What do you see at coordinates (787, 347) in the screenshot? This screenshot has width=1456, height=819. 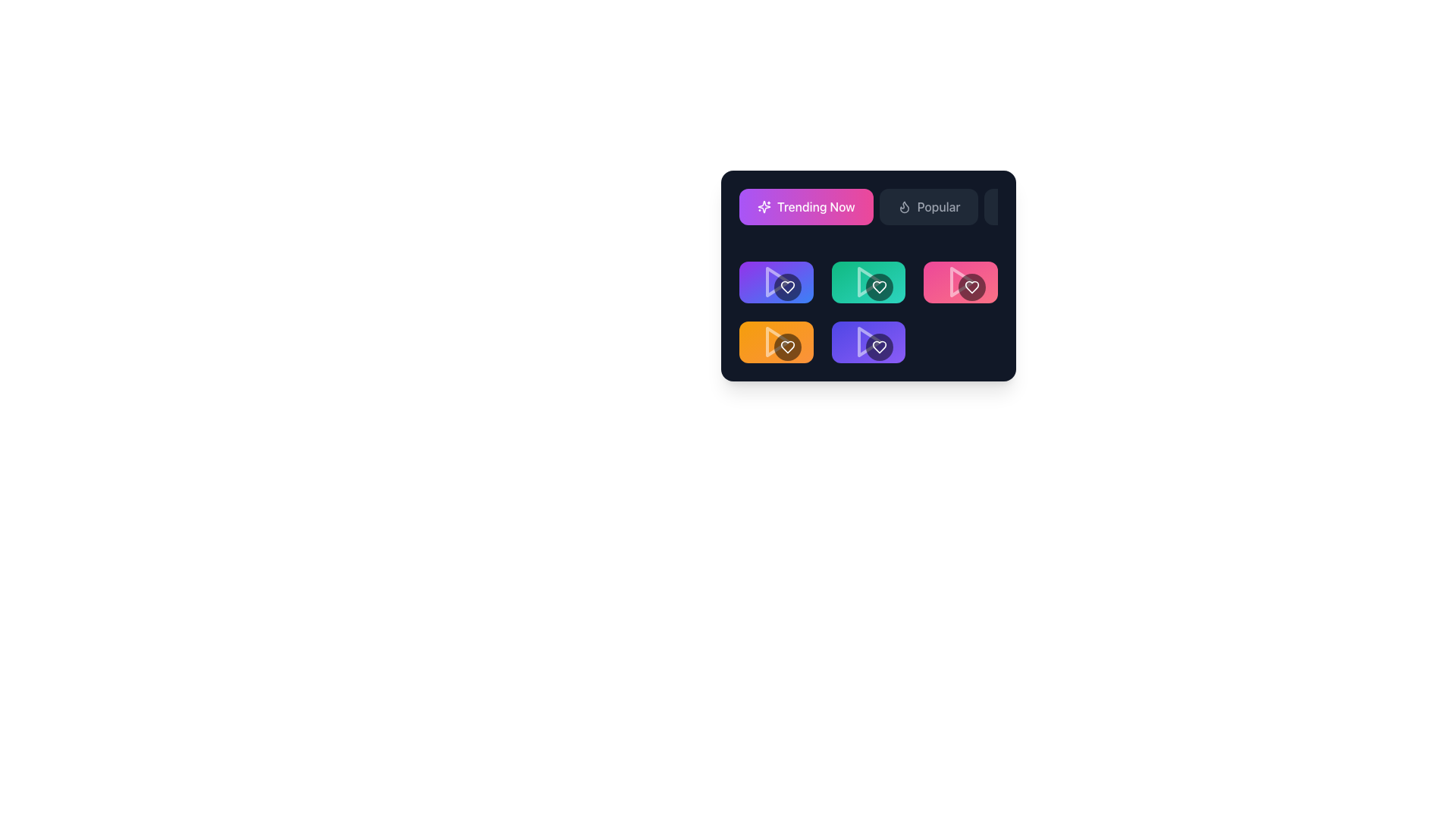 I see `the favorite icon located at the bottom-left of the orange rectangle card` at bounding box center [787, 347].